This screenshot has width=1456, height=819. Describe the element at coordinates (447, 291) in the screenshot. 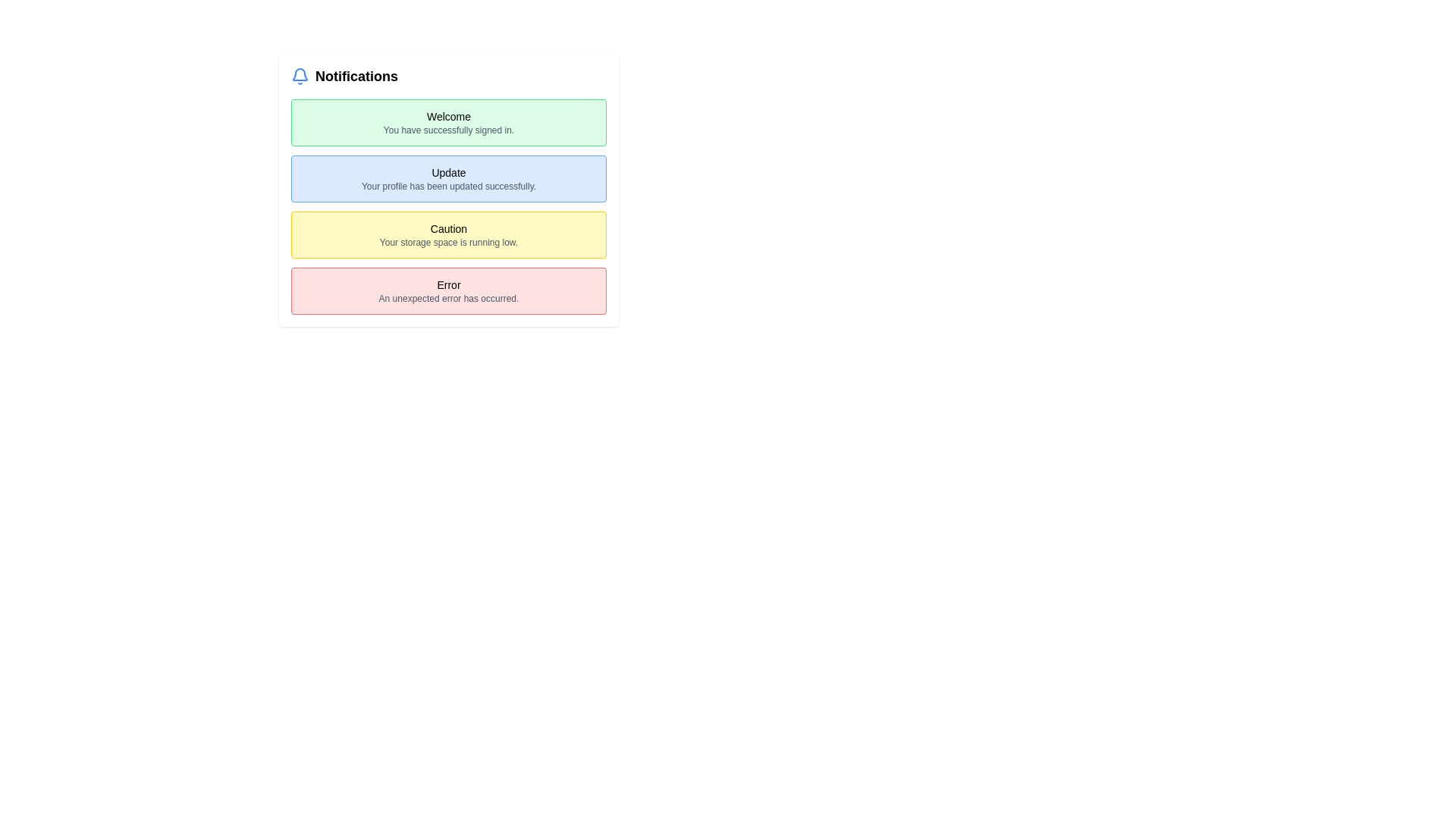

I see `message from the notification card with a red background and a bold heading labeled 'Error', located in the fourth position of the notification list` at that location.